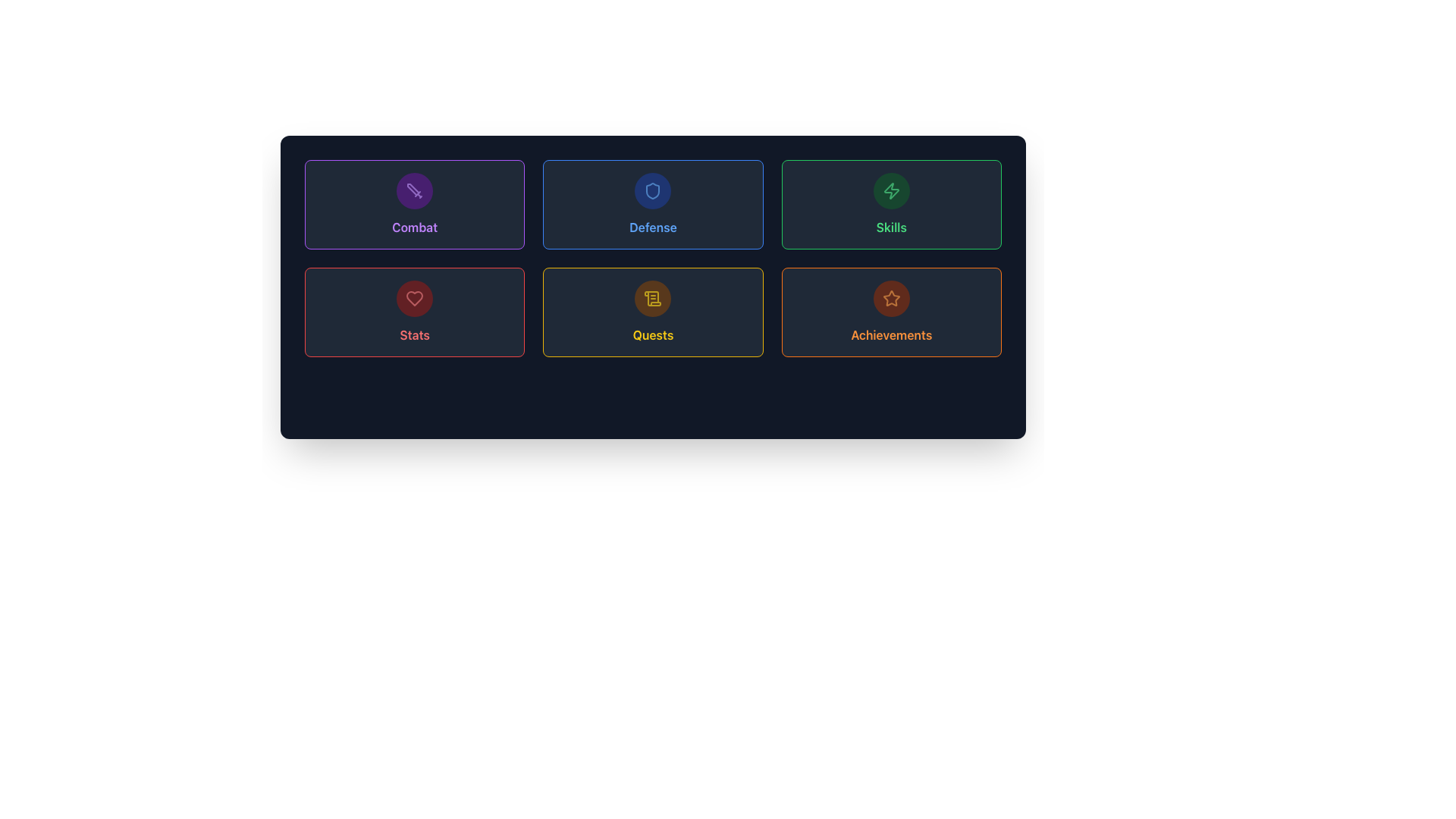  I want to click on the graphical icon resembling a scroll or parchment in the 'Quests' area, situated in the bottom row of the grid layout between 'Stats' and 'Achievements', so click(653, 298).